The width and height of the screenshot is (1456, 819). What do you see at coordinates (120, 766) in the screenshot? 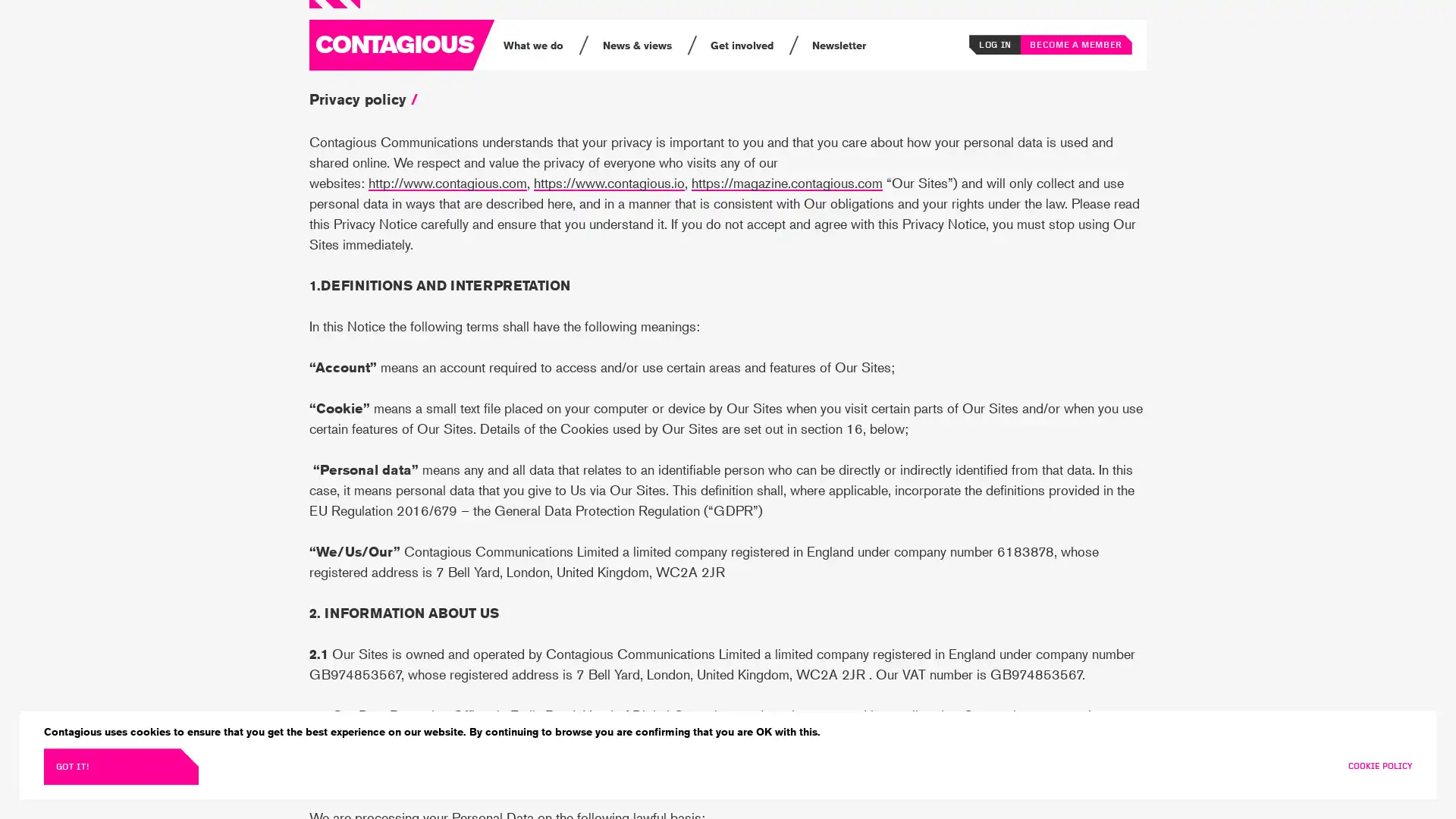
I see `GOT IT!` at bounding box center [120, 766].